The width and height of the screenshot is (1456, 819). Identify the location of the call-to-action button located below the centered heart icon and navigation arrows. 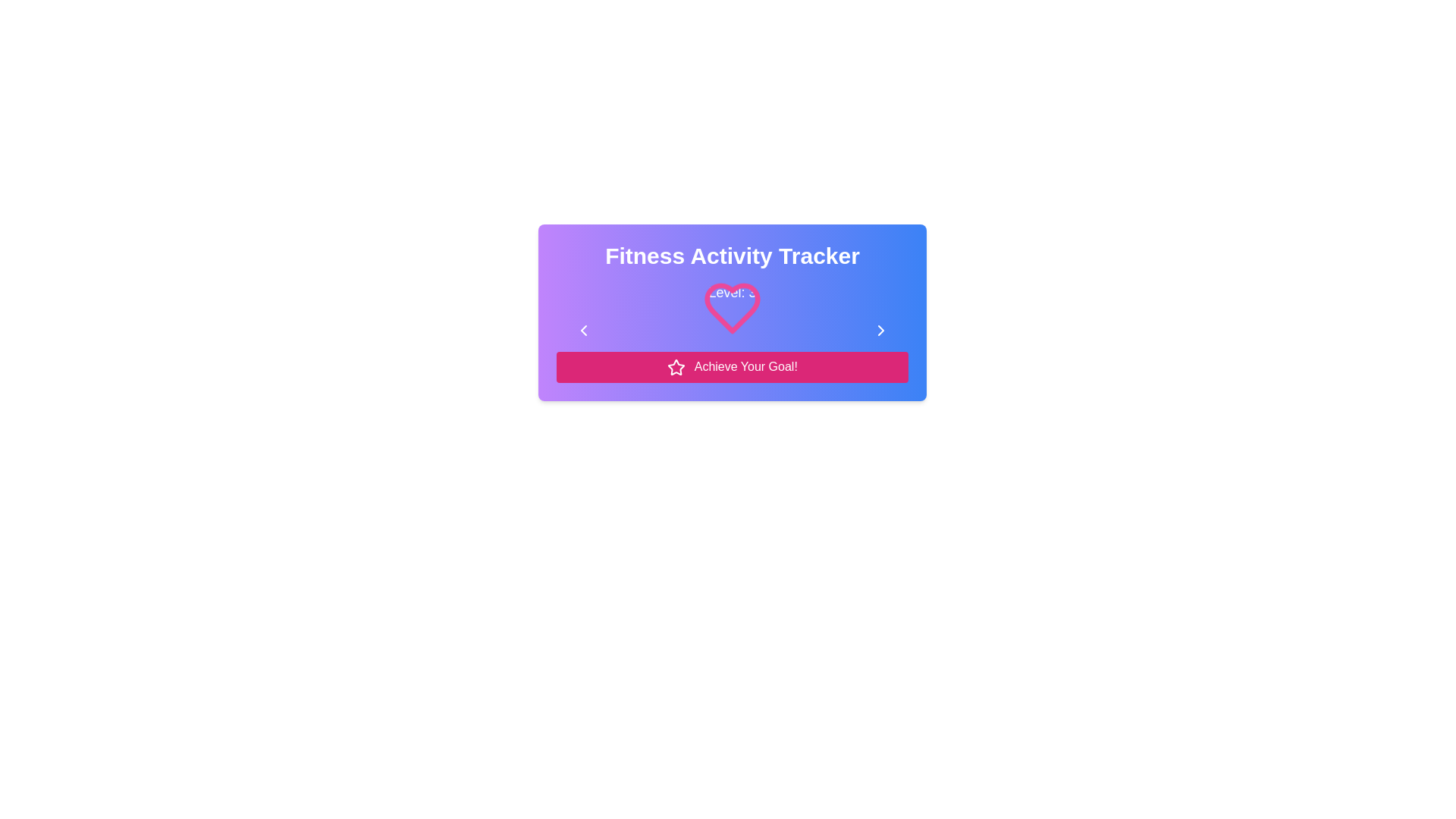
(732, 366).